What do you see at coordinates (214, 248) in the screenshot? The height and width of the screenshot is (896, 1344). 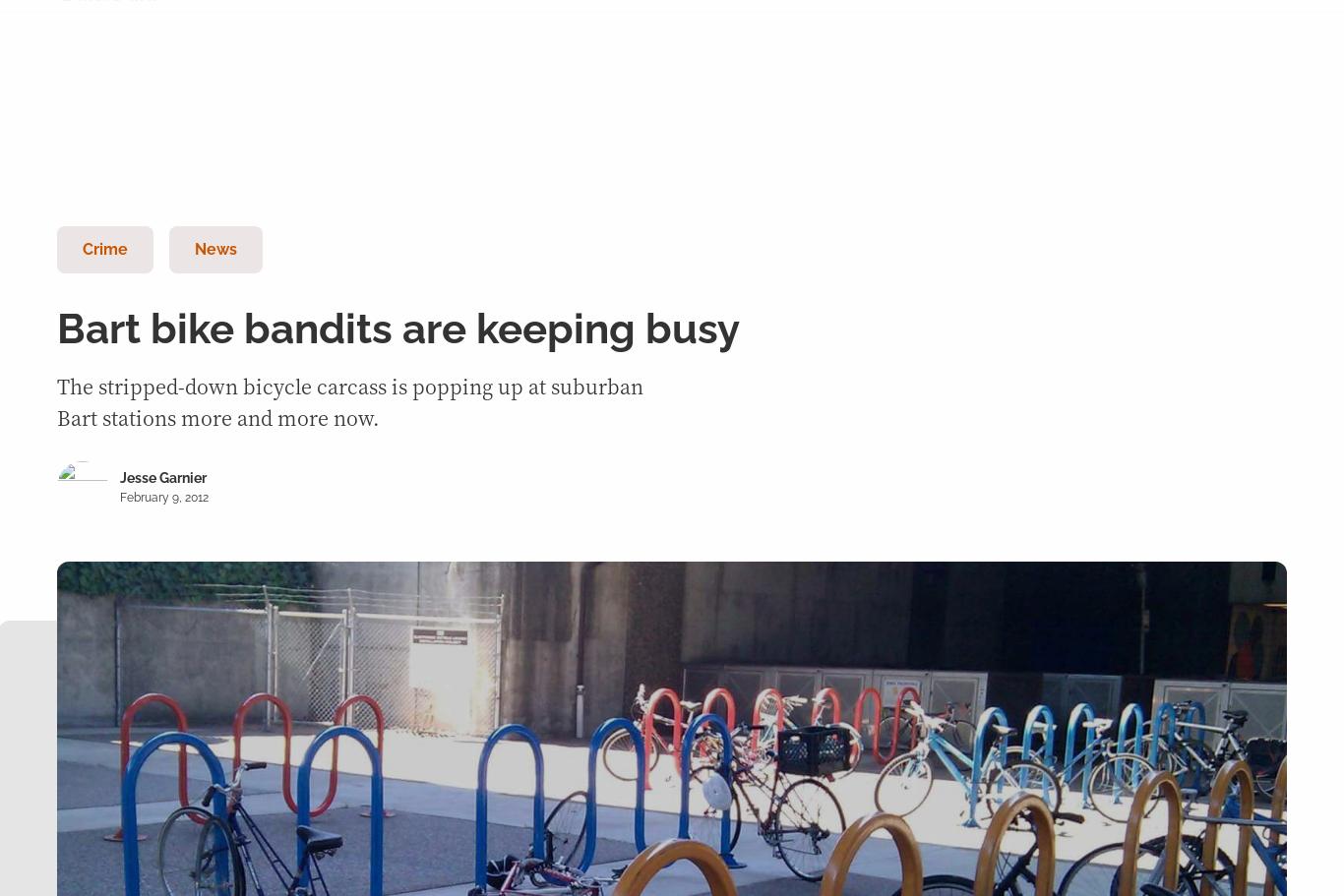 I see `'News'` at bounding box center [214, 248].